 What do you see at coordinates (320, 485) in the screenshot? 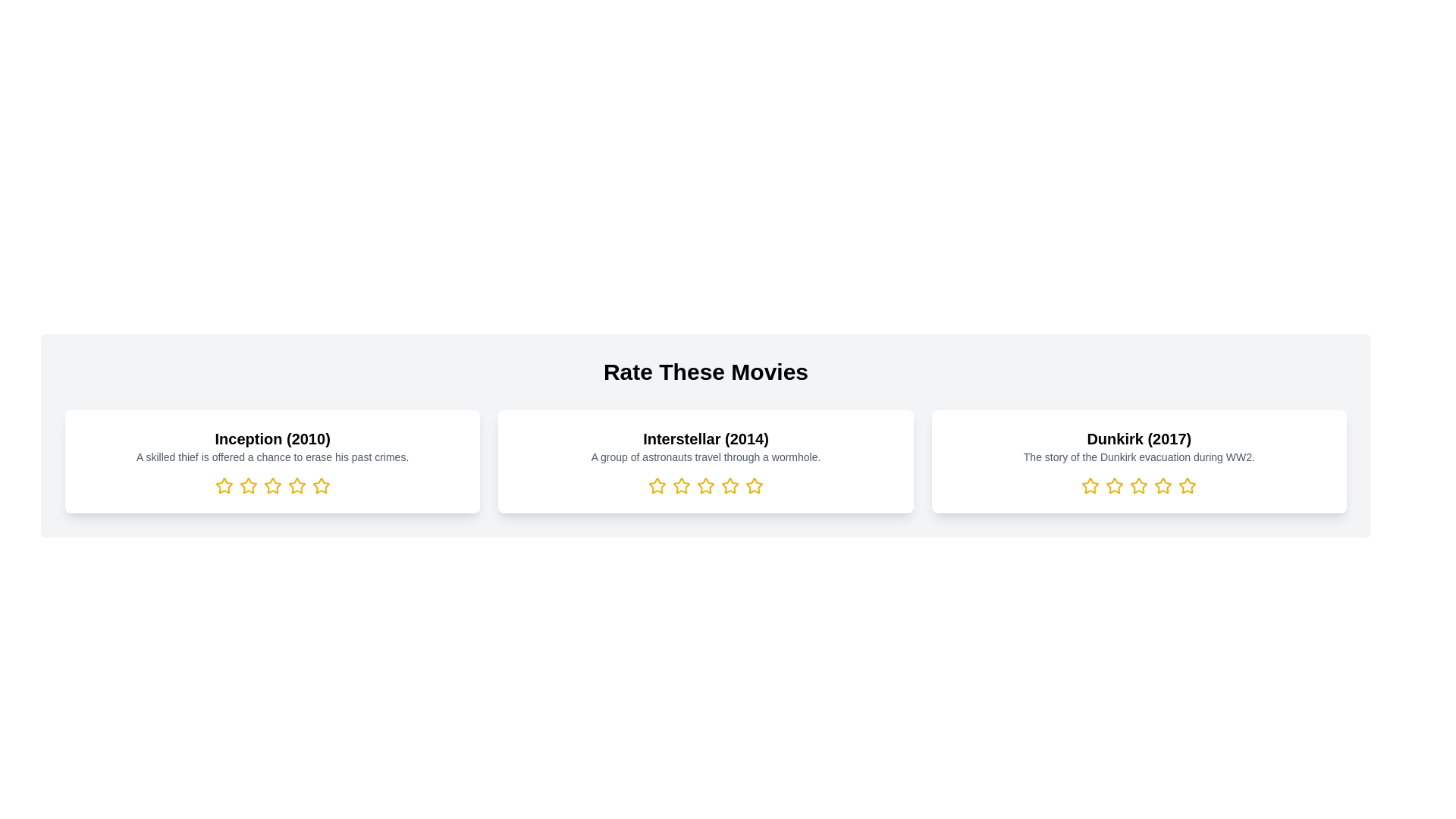
I see `the rating for a movie to 5 stars` at bounding box center [320, 485].